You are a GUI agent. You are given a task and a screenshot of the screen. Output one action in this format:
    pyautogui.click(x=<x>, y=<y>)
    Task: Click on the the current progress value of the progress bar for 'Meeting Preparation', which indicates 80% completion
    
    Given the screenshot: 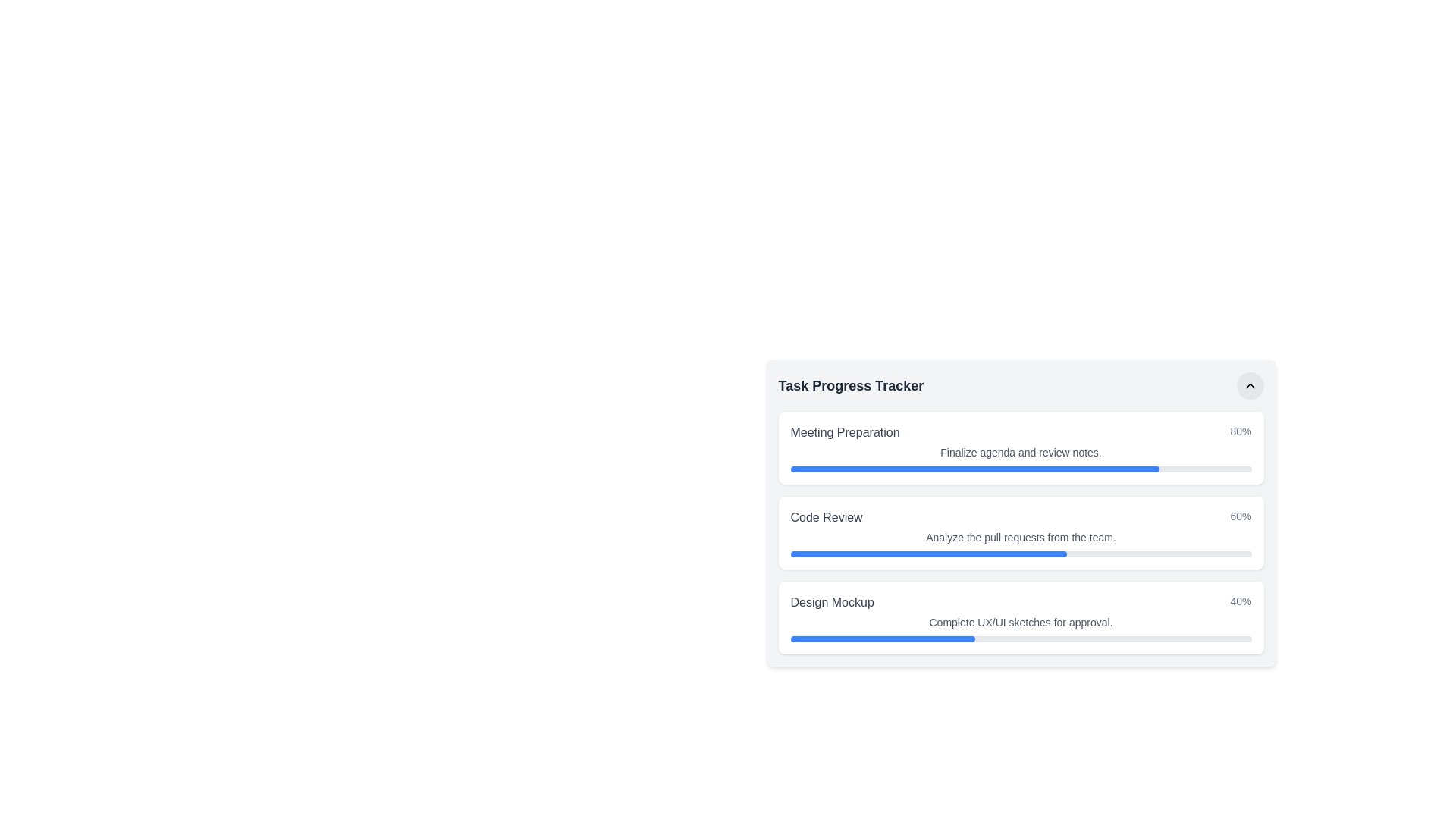 What is the action you would take?
    pyautogui.click(x=974, y=468)
    